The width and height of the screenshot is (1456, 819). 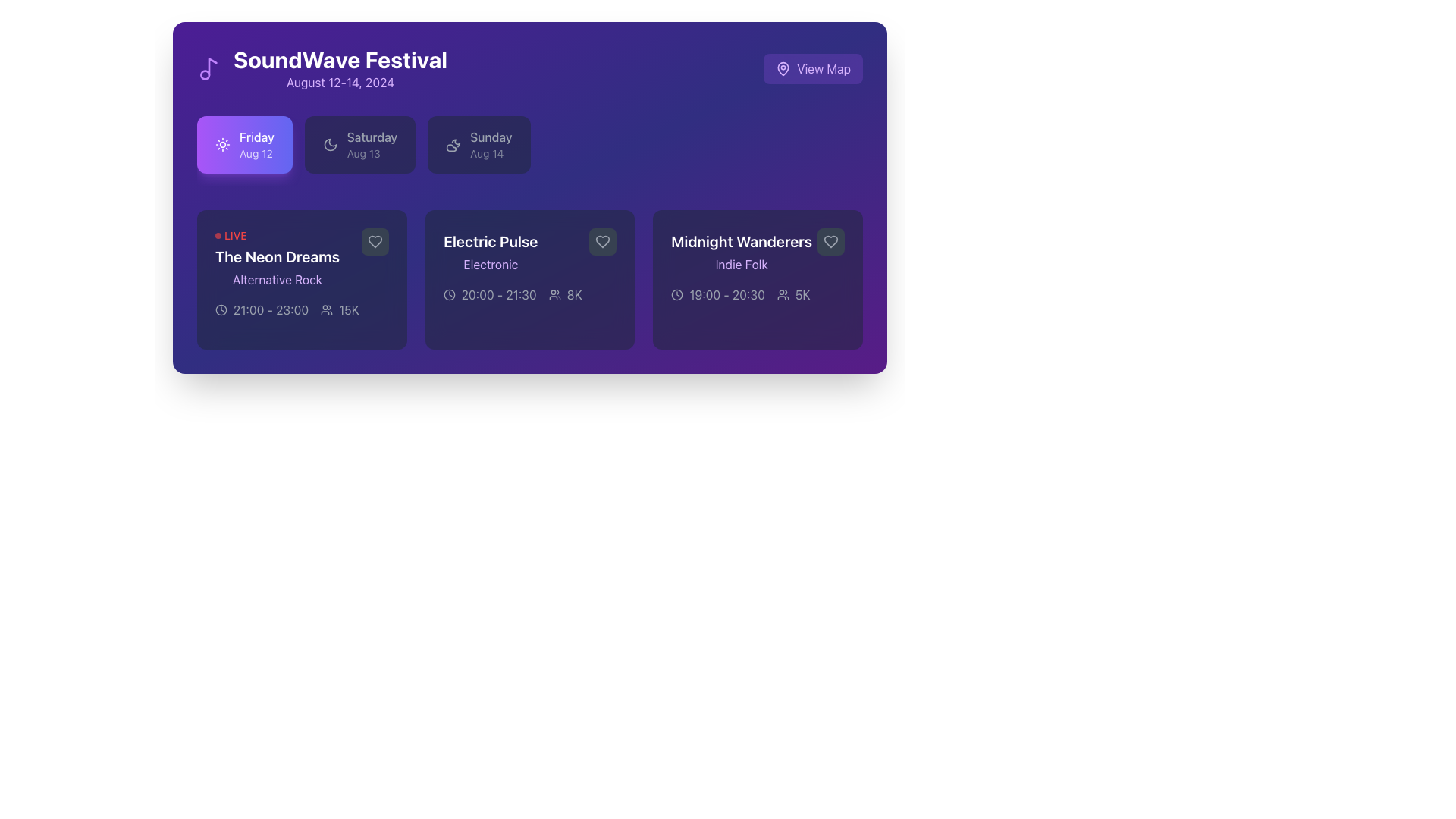 I want to click on text element styled in purple that says 'Alternative Rock', located in the first event card under the 'Friday, Aug 12' tab, below 'The Neon Dreams' title, so click(x=278, y=280).